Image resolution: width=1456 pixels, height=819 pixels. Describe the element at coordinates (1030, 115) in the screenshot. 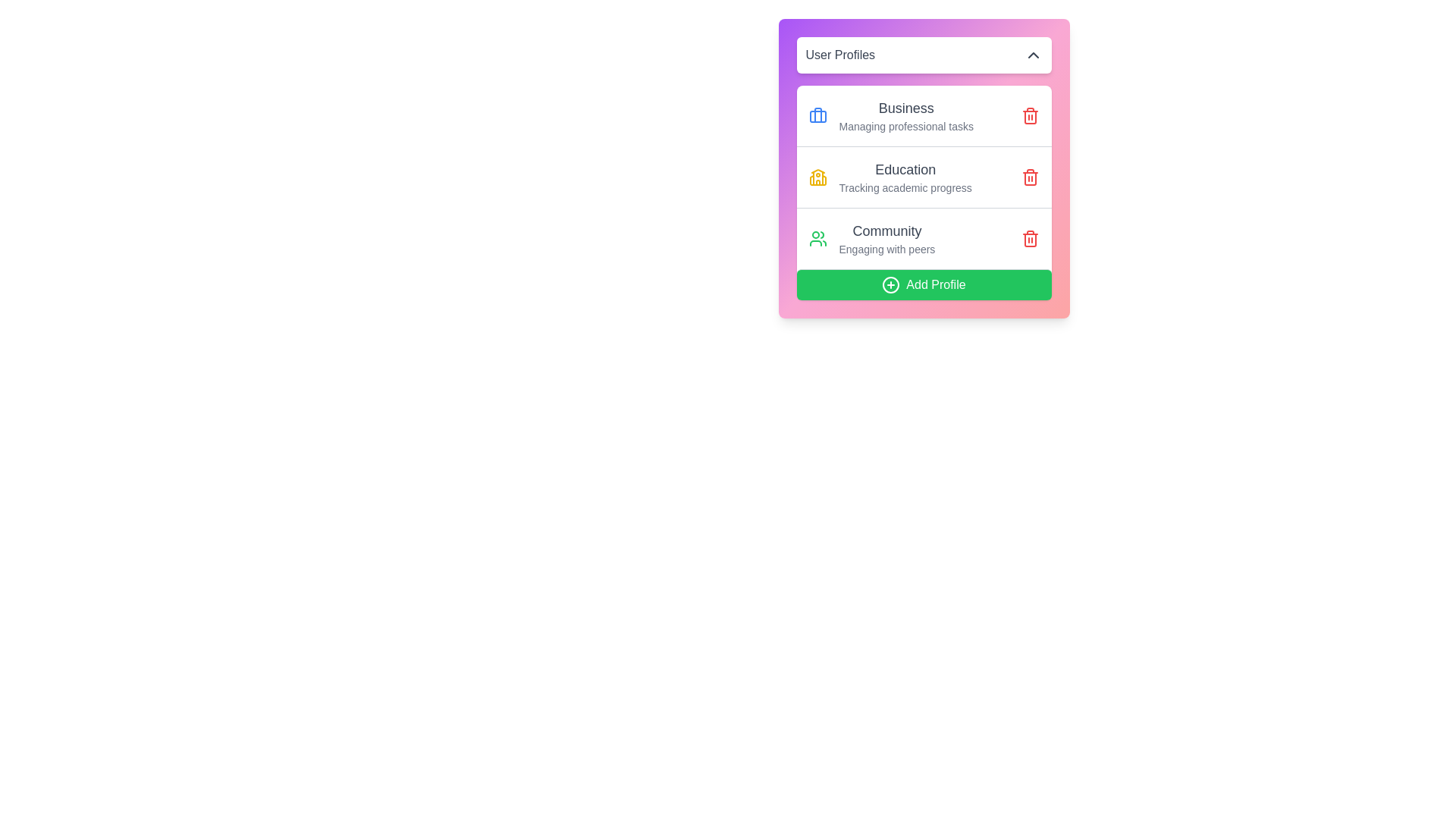

I see `the trash can icon button located on the far right side of the 'Business' entry` at that location.